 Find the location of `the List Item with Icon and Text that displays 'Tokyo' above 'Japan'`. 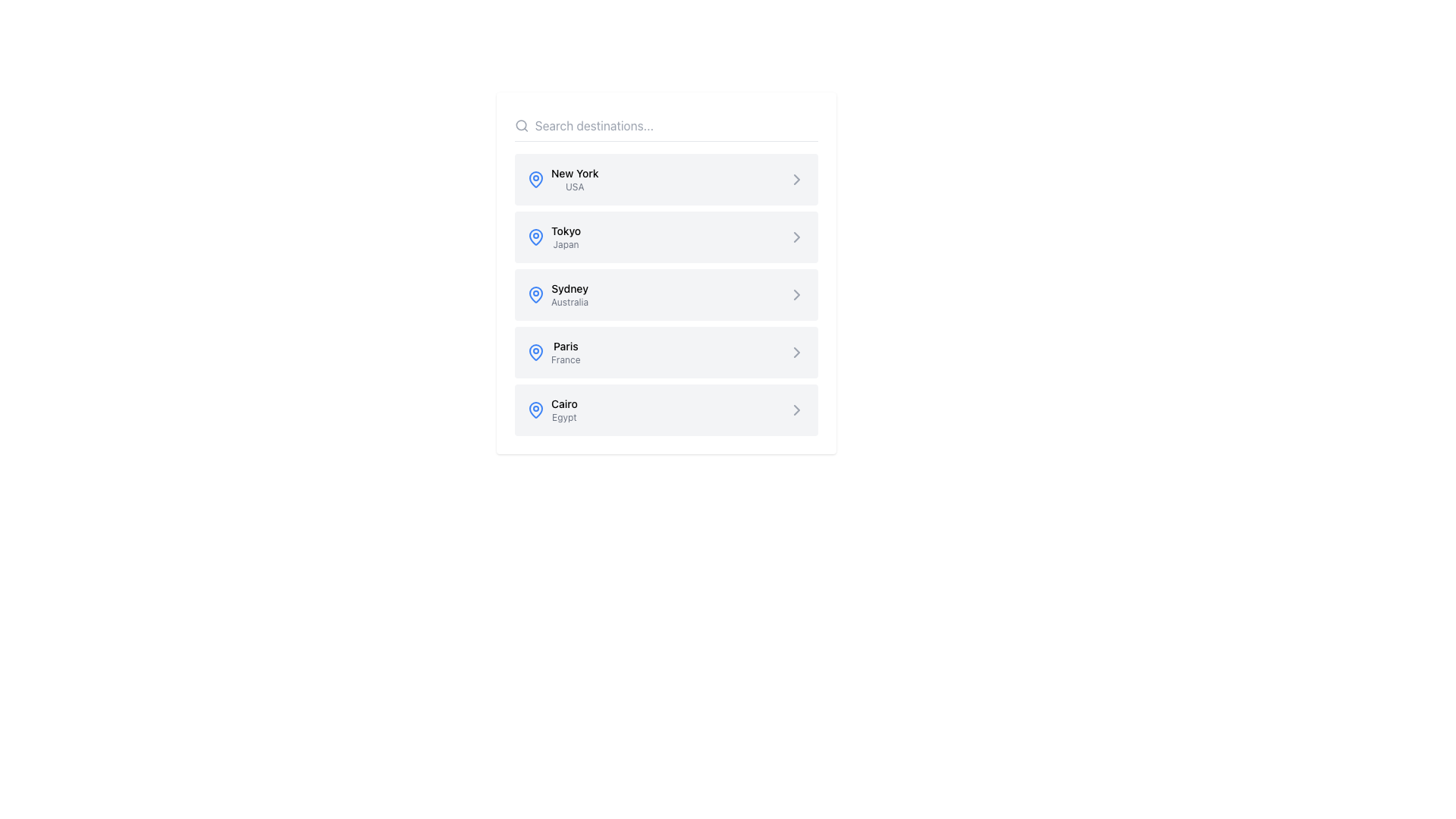

the List Item with Icon and Text that displays 'Tokyo' above 'Japan' is located at coordinates (553, 237).